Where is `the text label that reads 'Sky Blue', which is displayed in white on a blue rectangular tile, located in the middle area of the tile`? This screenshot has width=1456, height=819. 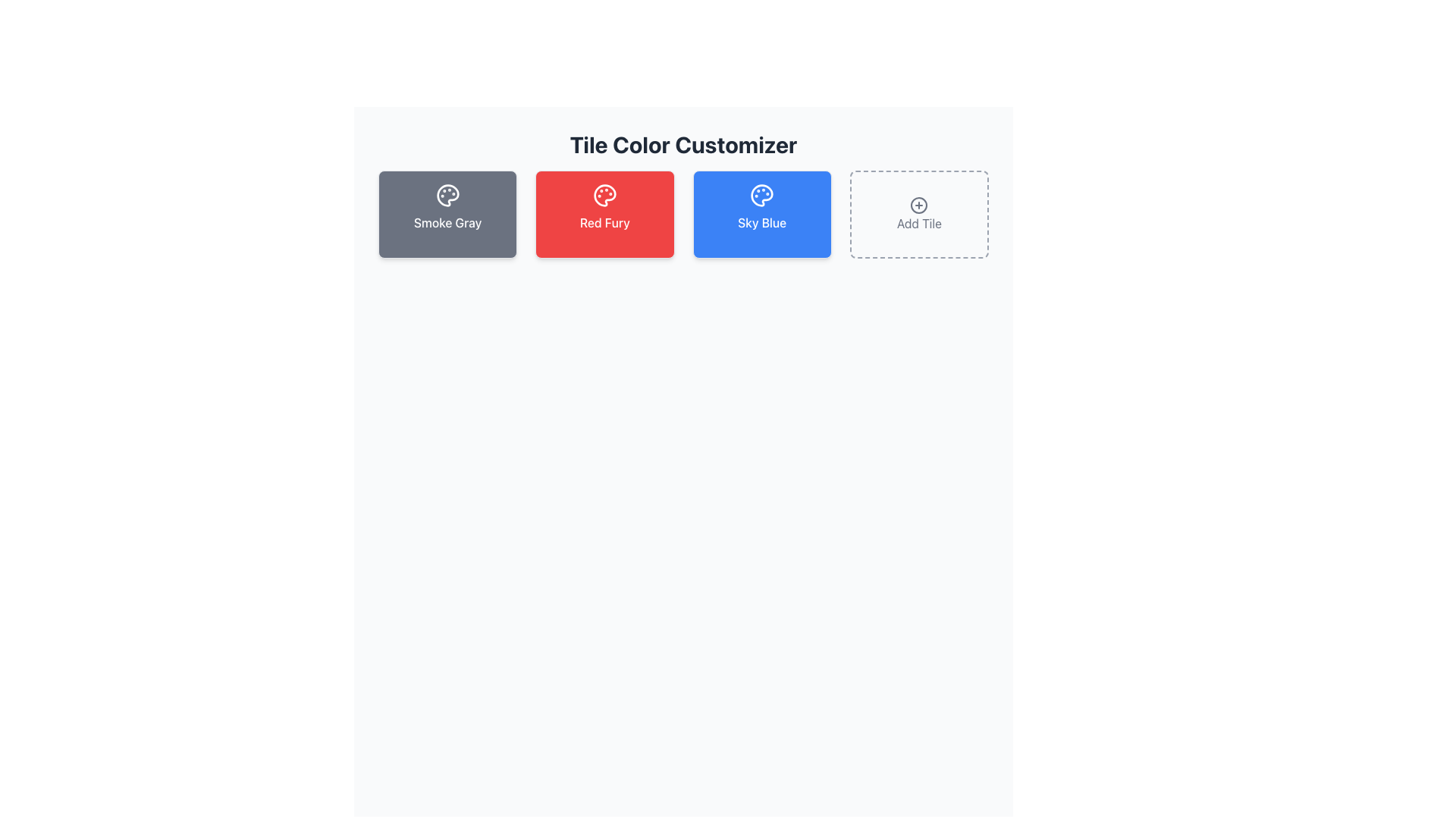
the text label that reads 'Sky Blue', which is displayed in white on a blue rectangular tile, located in the middle area of the tile is located at coordinates (762, 222).